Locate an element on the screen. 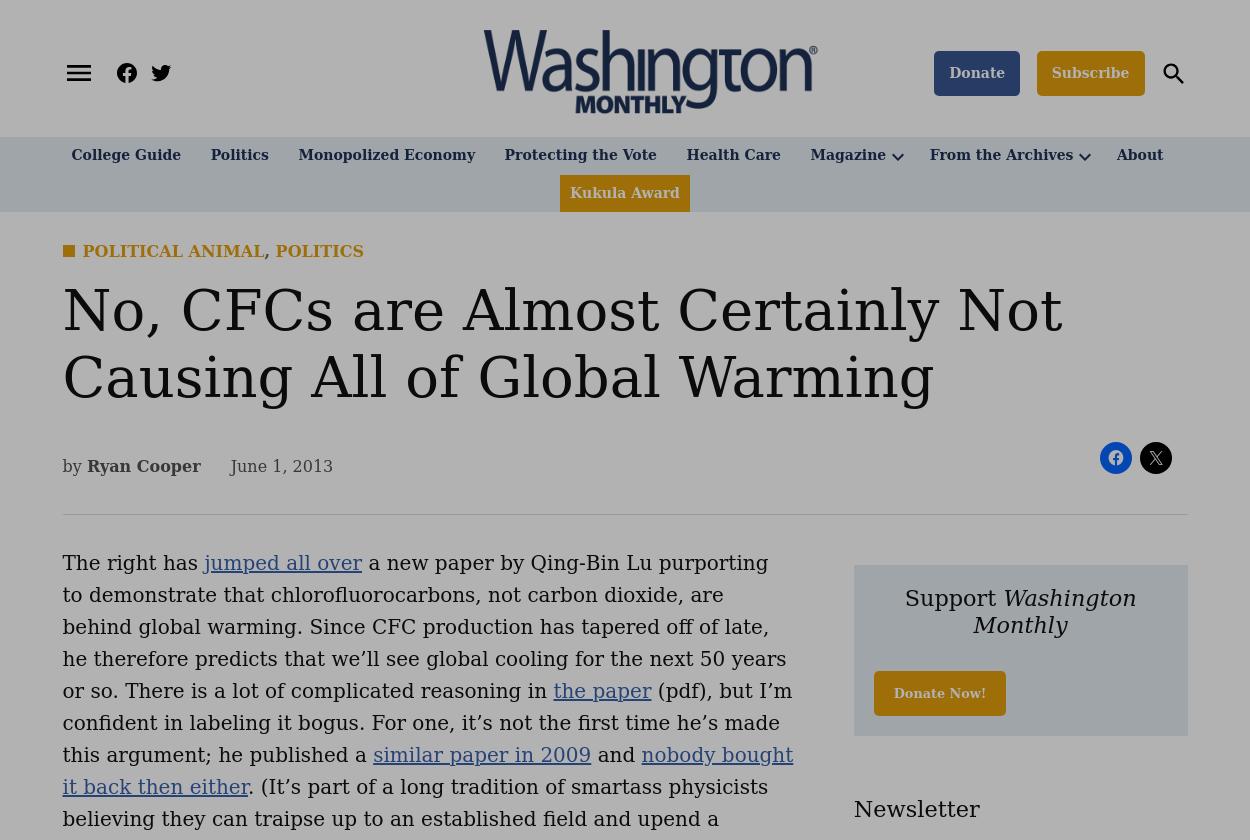 This screenshot has height=840, width=1250. 'Ryan Cooper' is located at coordinates (85, 465).